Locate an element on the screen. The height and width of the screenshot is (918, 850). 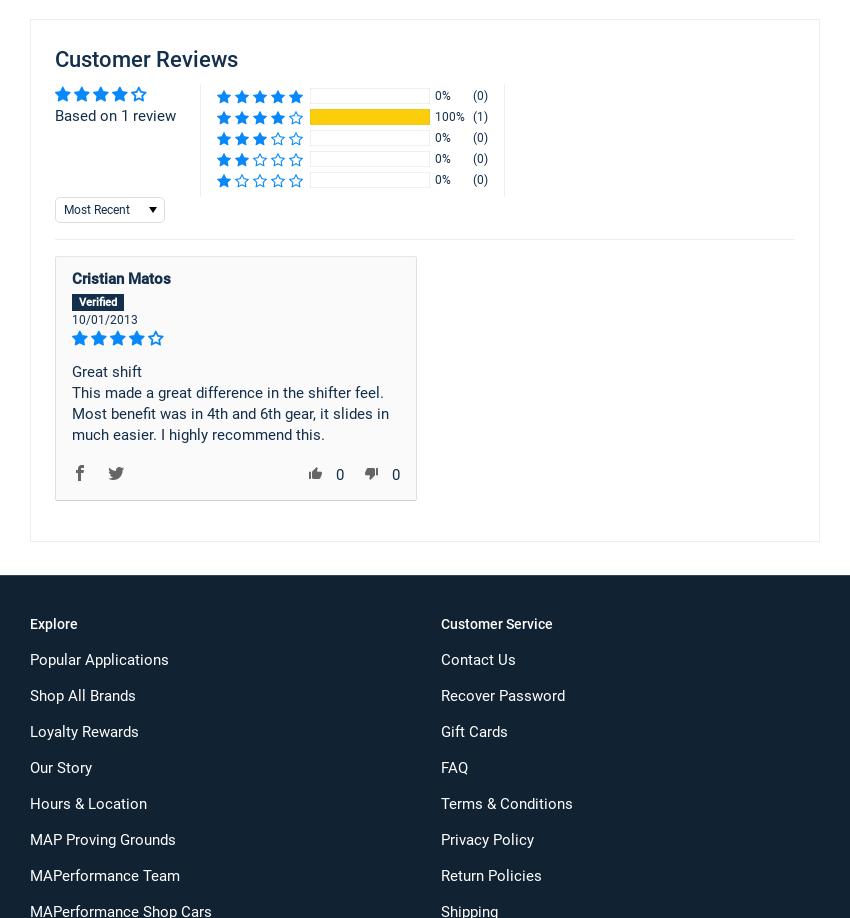
'Our Story' is located at coordinates (61, 767).